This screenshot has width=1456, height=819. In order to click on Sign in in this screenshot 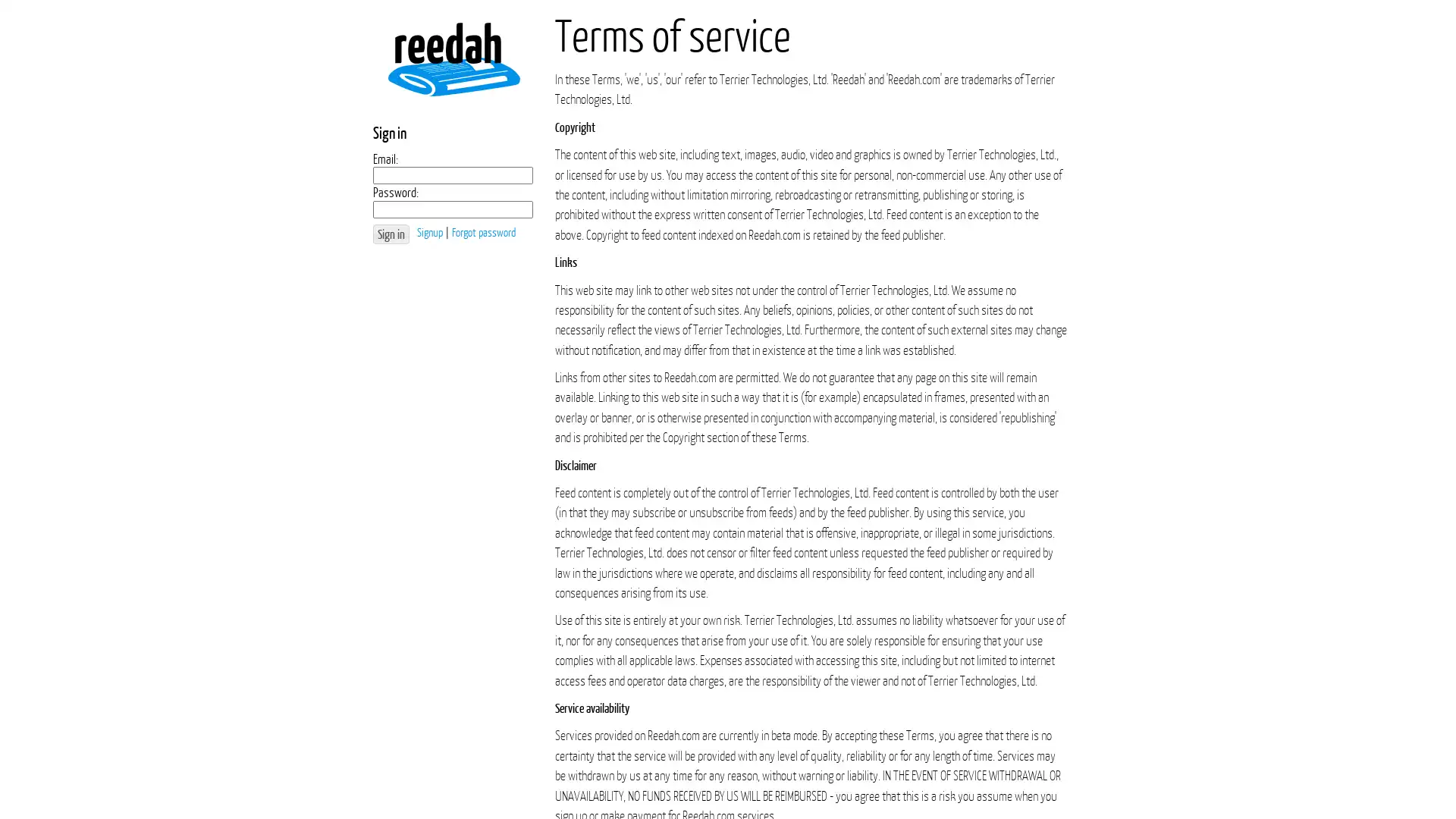, I will do `click(391, 234)`.